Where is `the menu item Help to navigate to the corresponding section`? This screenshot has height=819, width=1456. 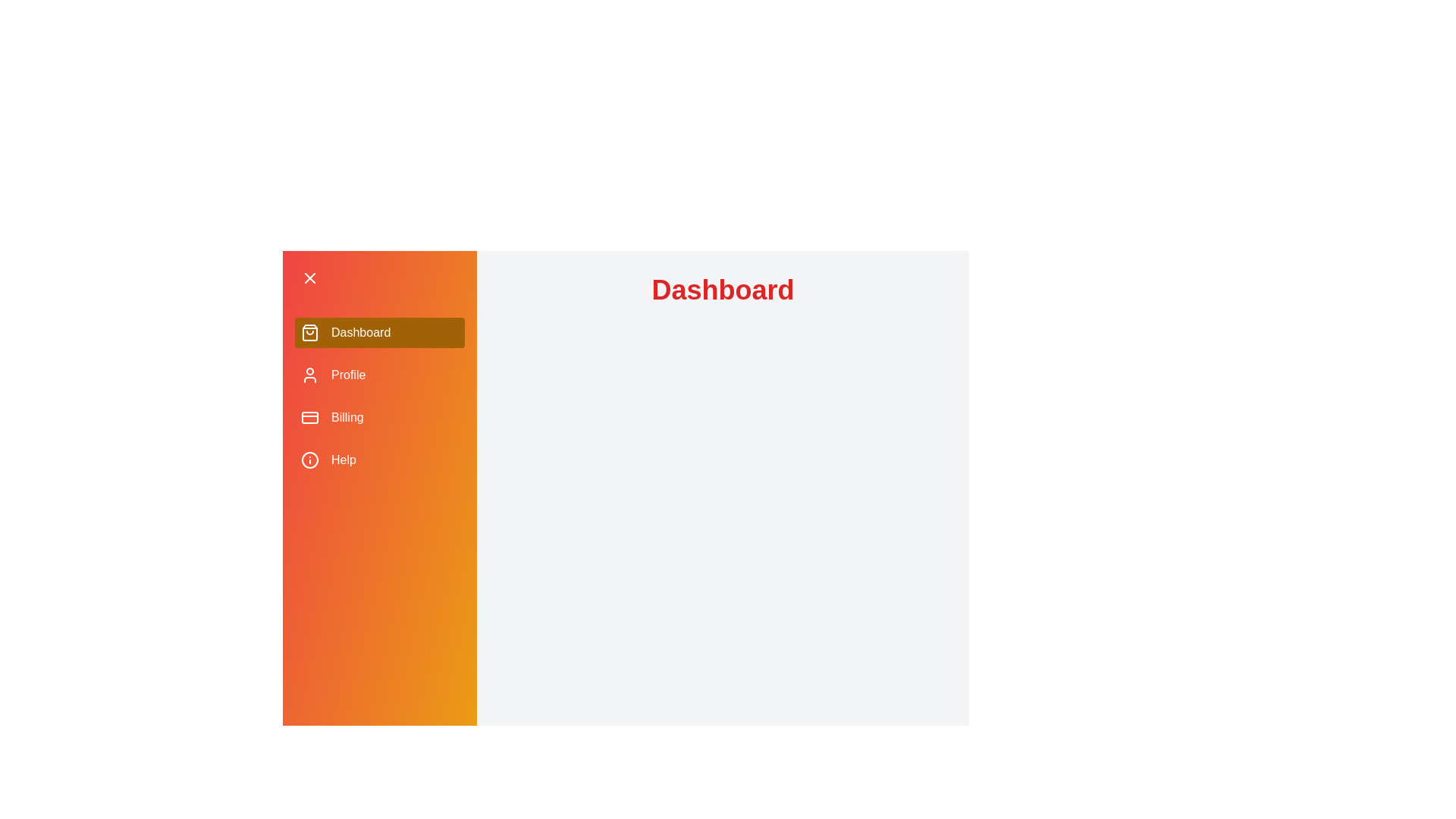 the menu item Help to navigate to the corresponding section is located at coordinates (379, 459).